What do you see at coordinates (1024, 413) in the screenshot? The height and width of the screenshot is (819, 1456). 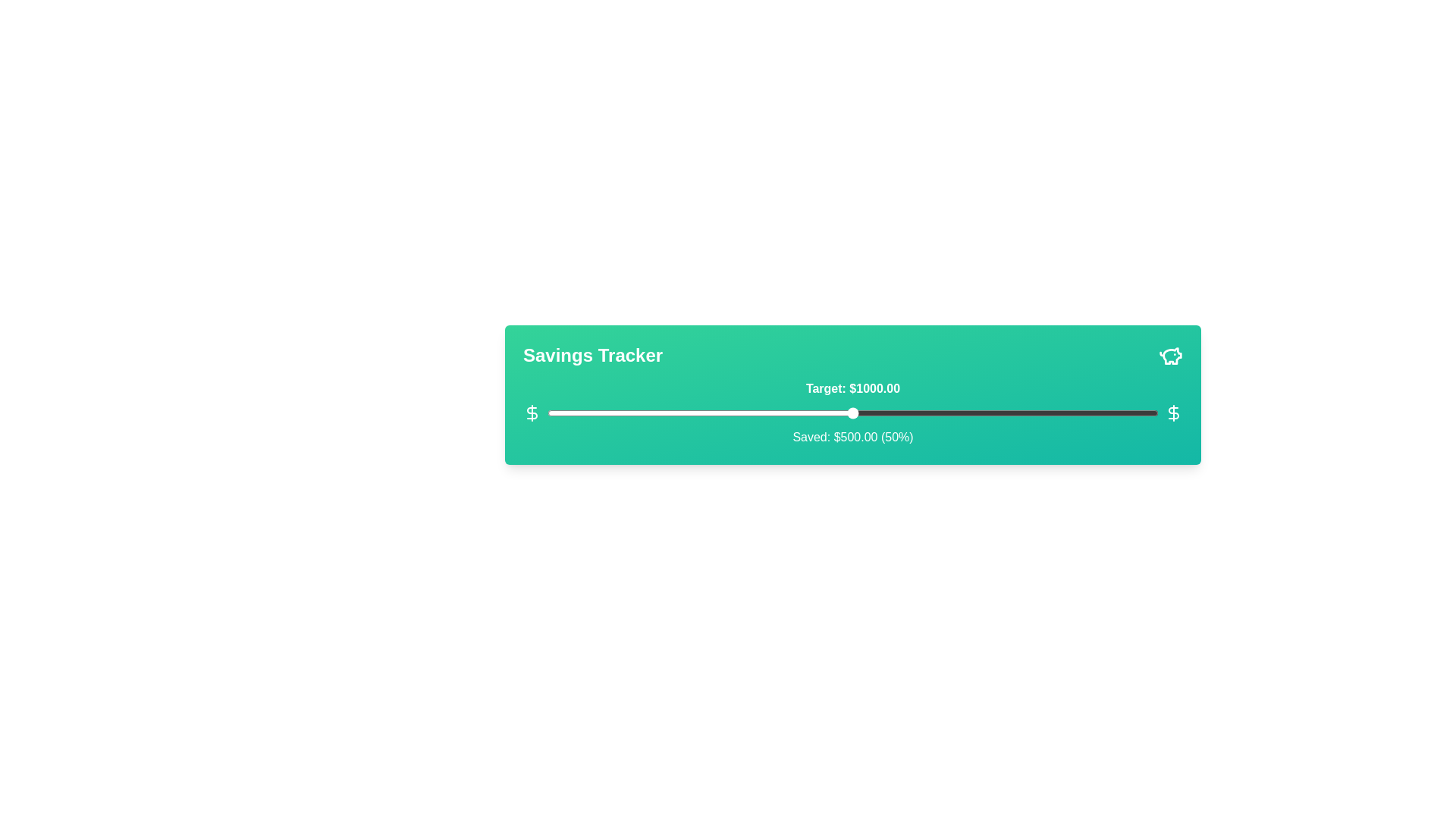 I see `the savings tracker` at bounding box center [1024, 413].